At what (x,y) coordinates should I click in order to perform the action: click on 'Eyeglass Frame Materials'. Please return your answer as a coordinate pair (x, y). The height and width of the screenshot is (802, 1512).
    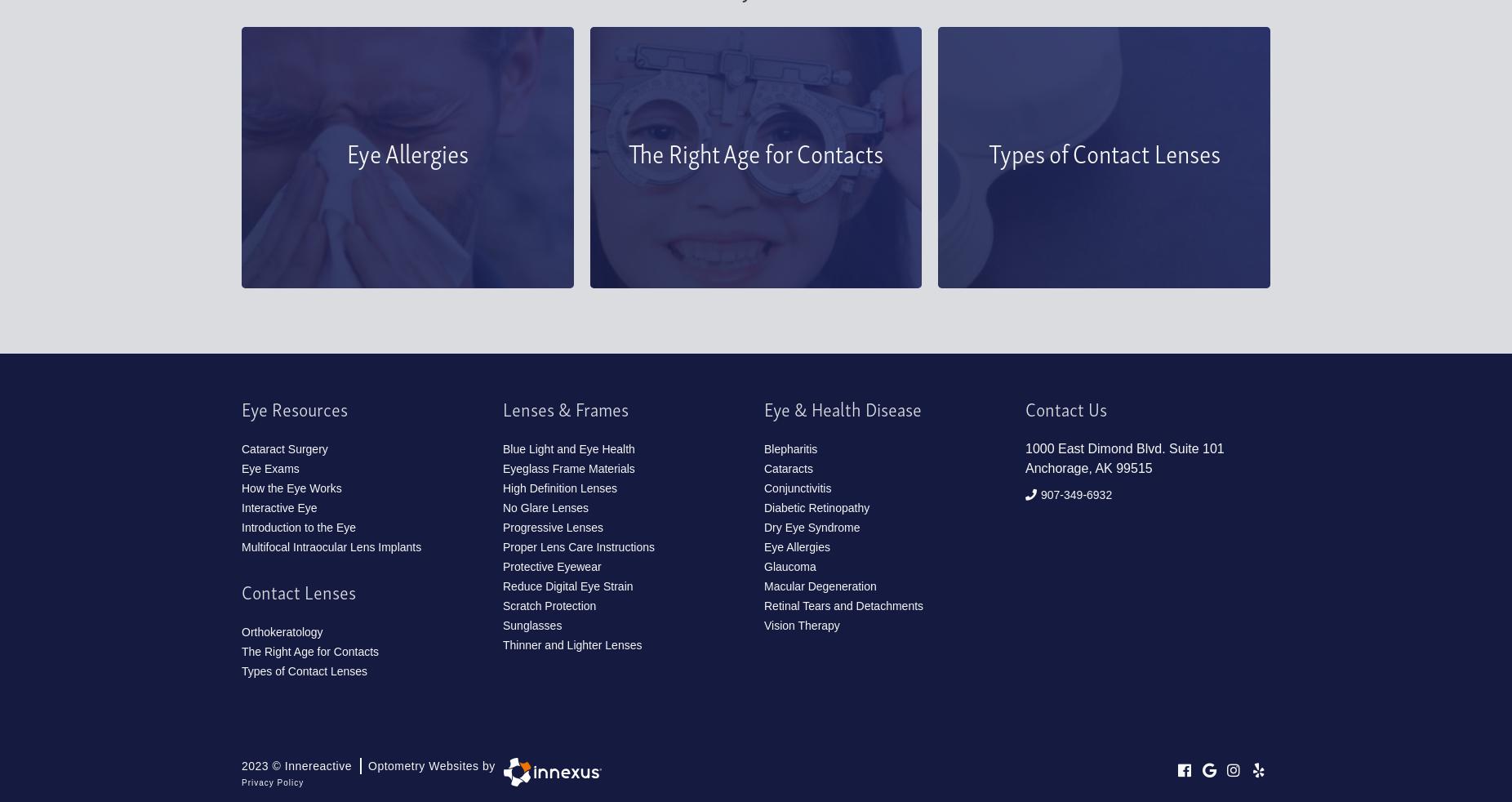
    Looking at the image, I should click on (568, 467).